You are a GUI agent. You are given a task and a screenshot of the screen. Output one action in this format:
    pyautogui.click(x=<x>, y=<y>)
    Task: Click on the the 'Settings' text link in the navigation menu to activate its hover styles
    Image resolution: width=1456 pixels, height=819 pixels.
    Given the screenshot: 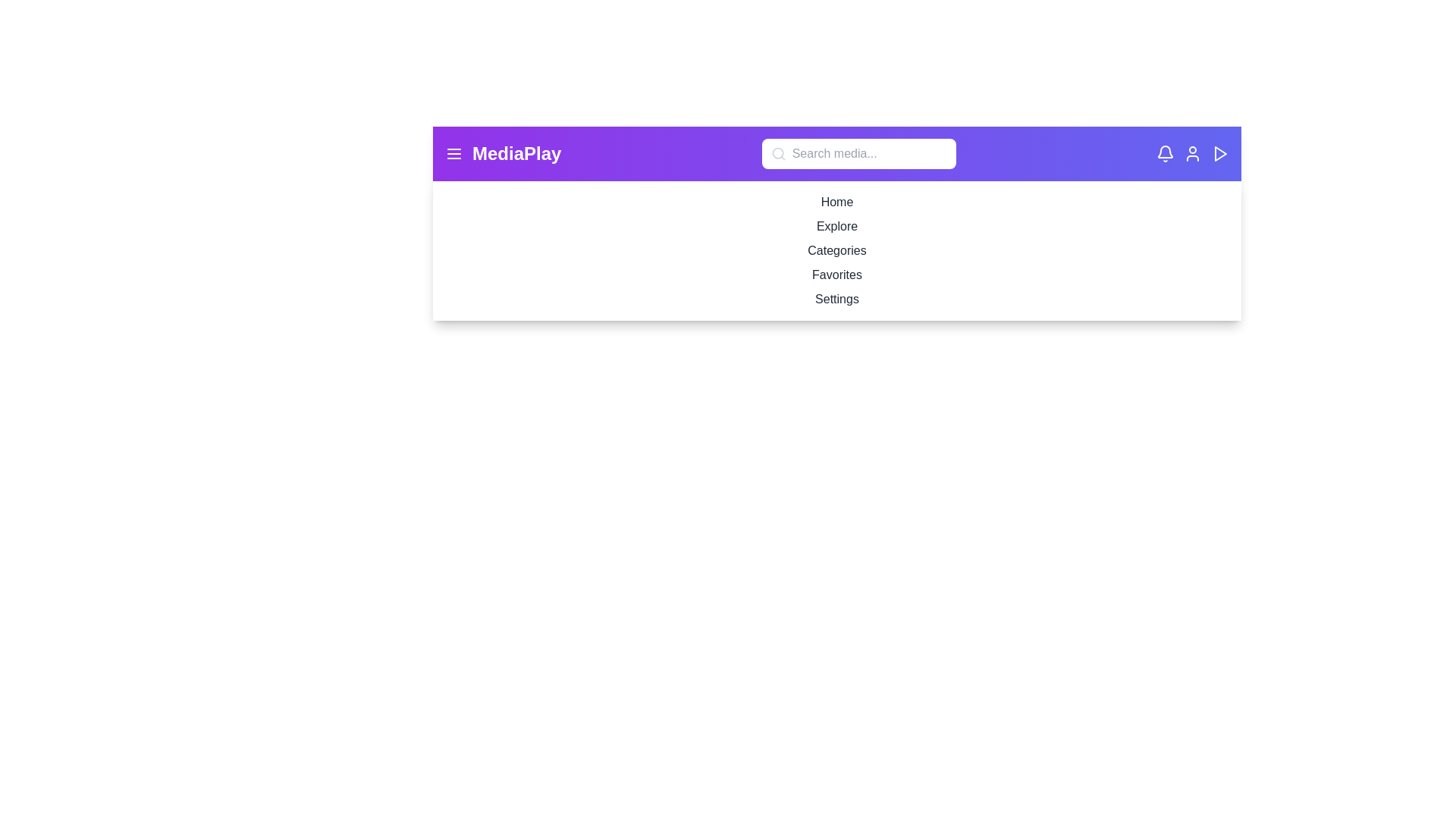 What is the action you would take?
    pyautogui.click(x=836, y=299)
    